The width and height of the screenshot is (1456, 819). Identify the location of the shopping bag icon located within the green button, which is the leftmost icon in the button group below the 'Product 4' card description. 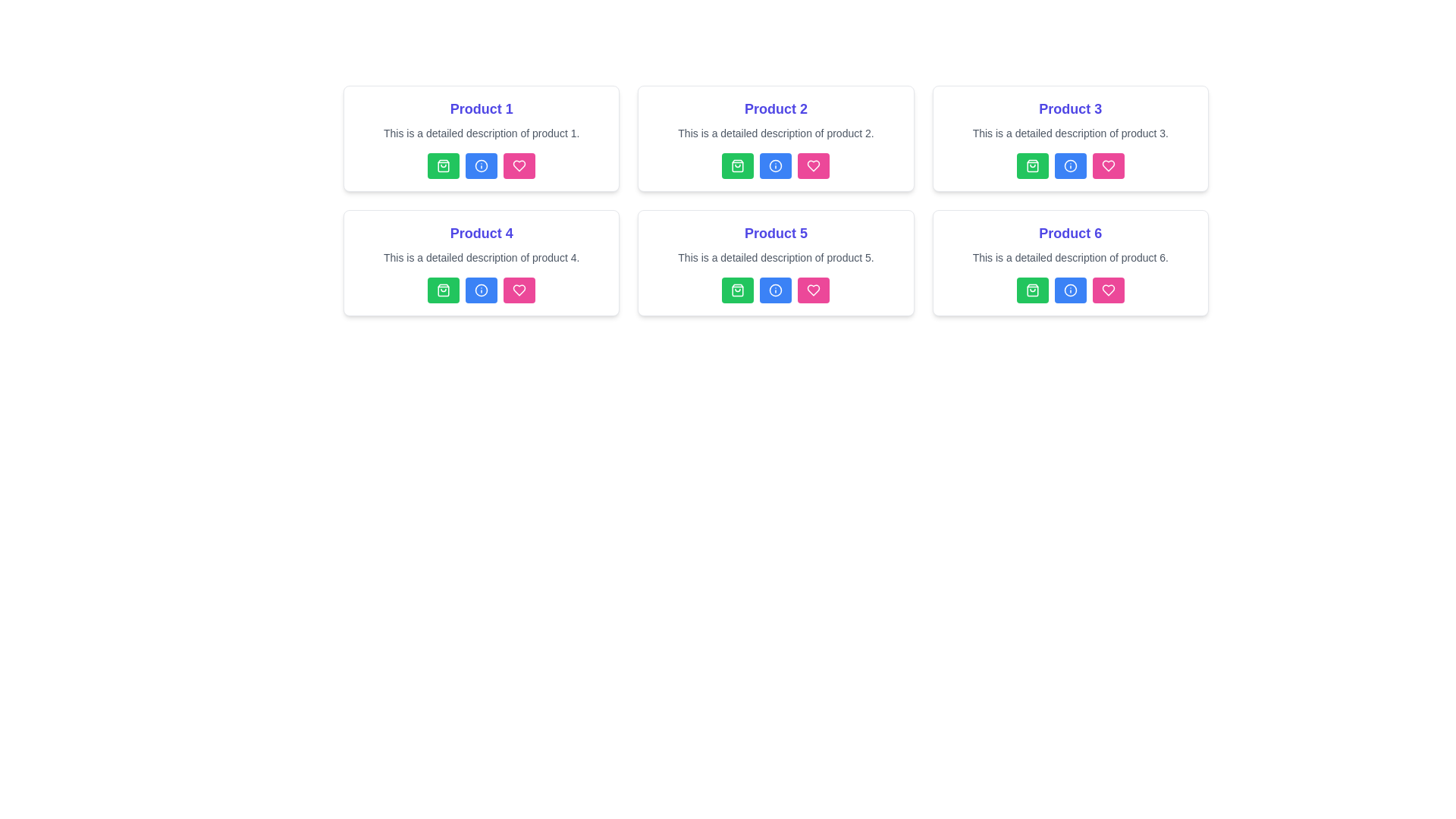
(443, 290).